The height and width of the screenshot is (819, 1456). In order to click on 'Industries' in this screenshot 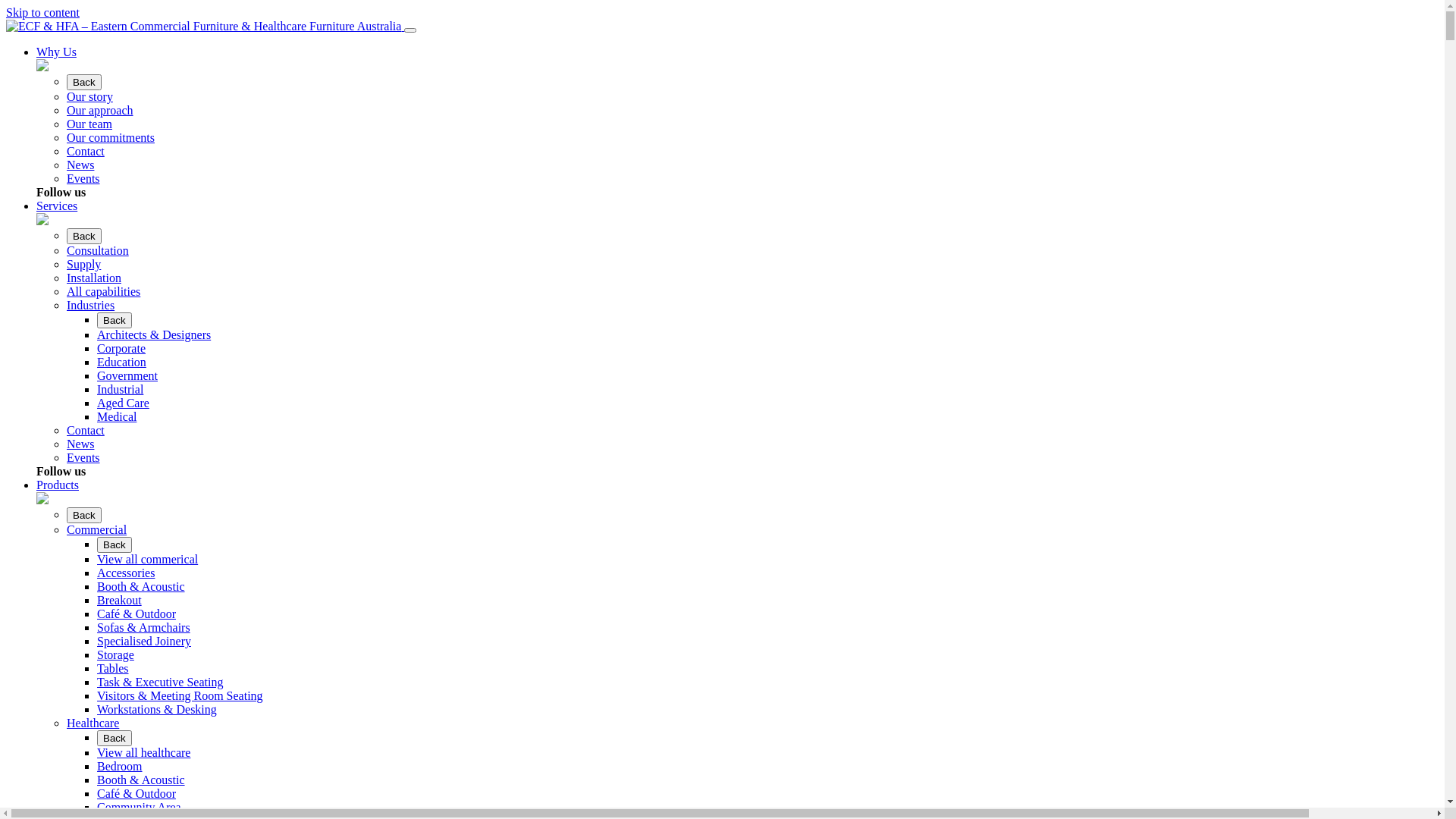, I will do `click(89, 305)`.